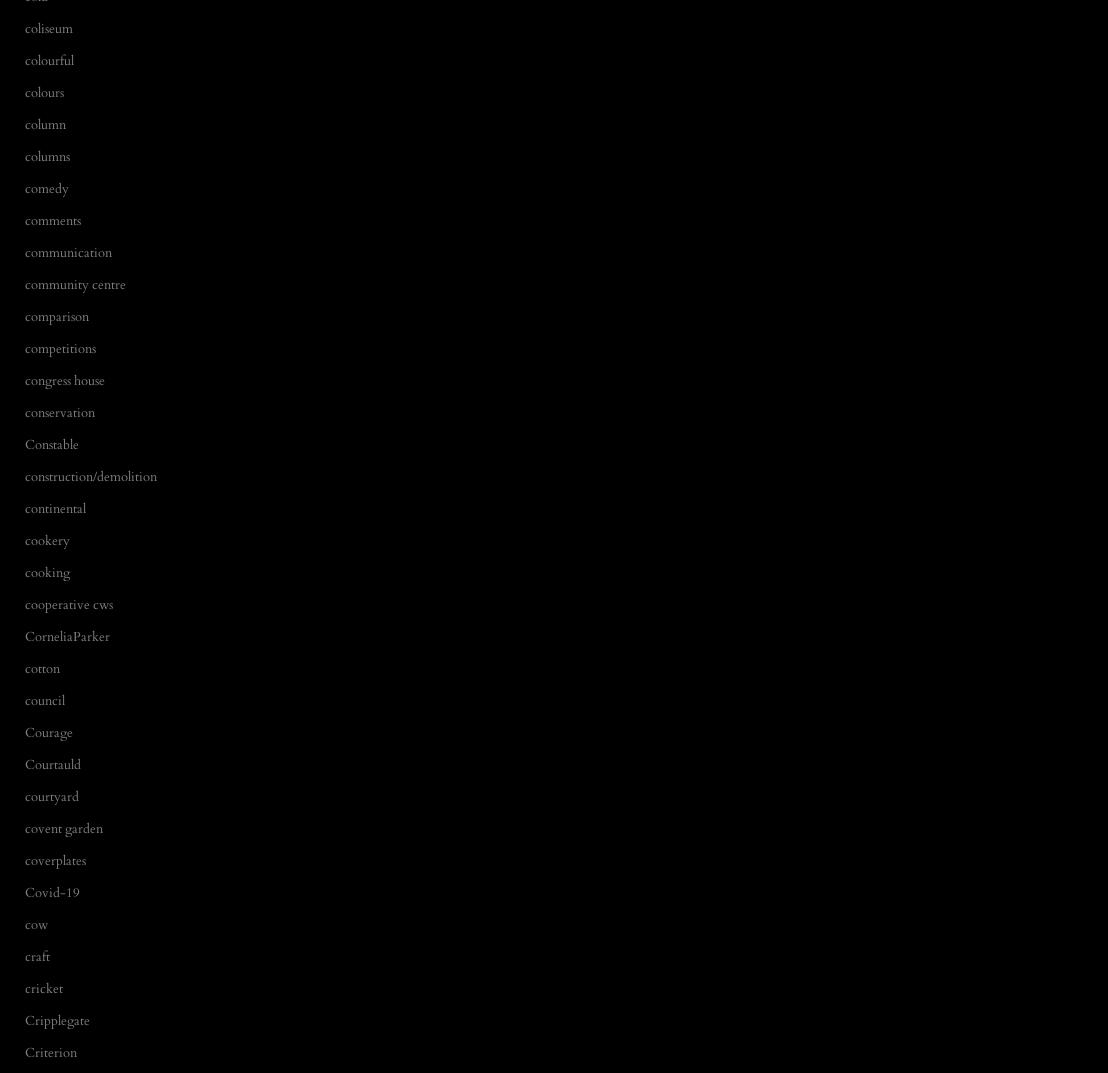 The height and width of the screenshot is (1073, 1108). What do you see at coordinates (47, 731) in the screenshot?
I see `'Courage'` at bounding box center [47, 731].